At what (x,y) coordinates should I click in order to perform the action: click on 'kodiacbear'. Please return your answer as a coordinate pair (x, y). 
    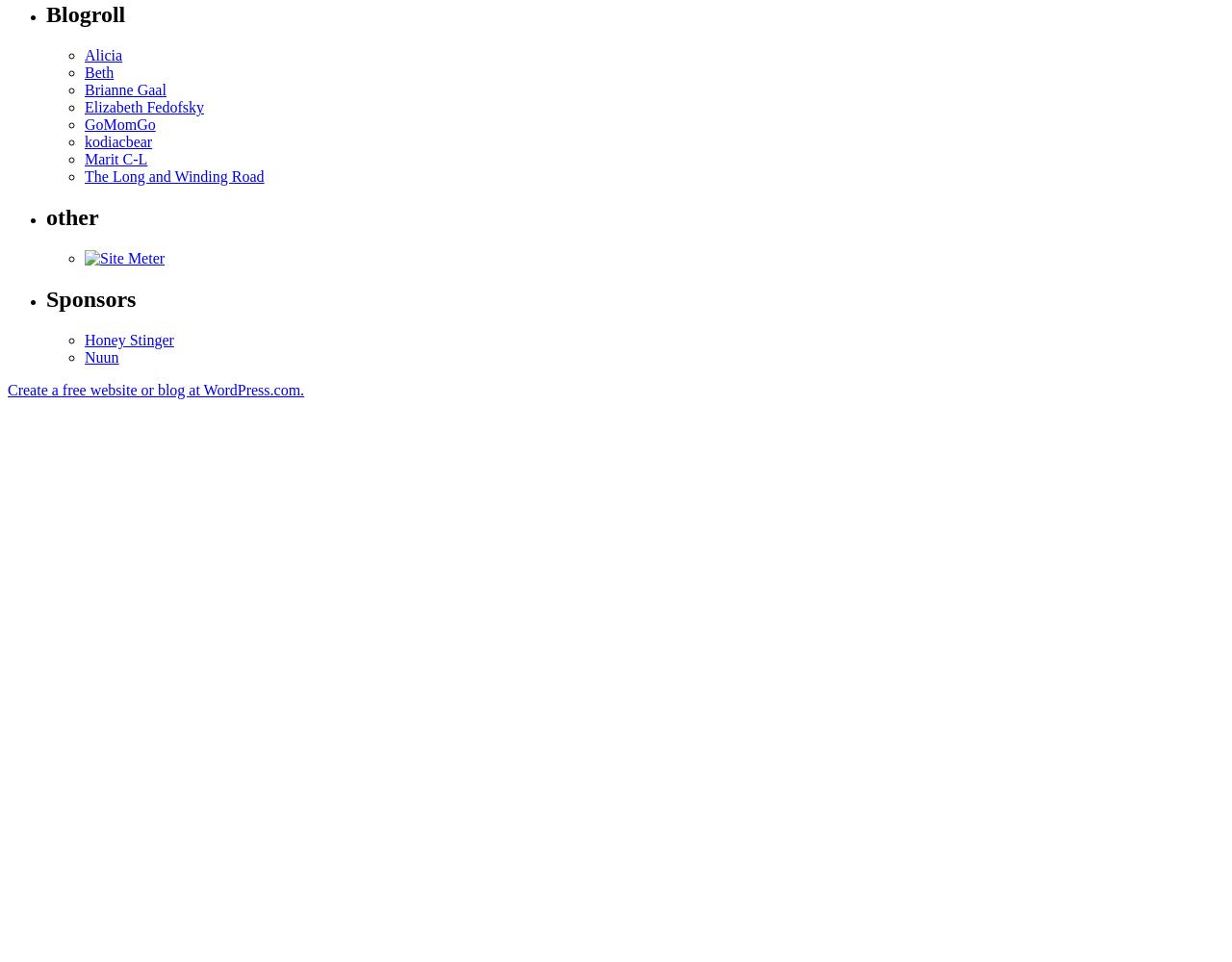
    Looking at the image, I should click on (117, 141).